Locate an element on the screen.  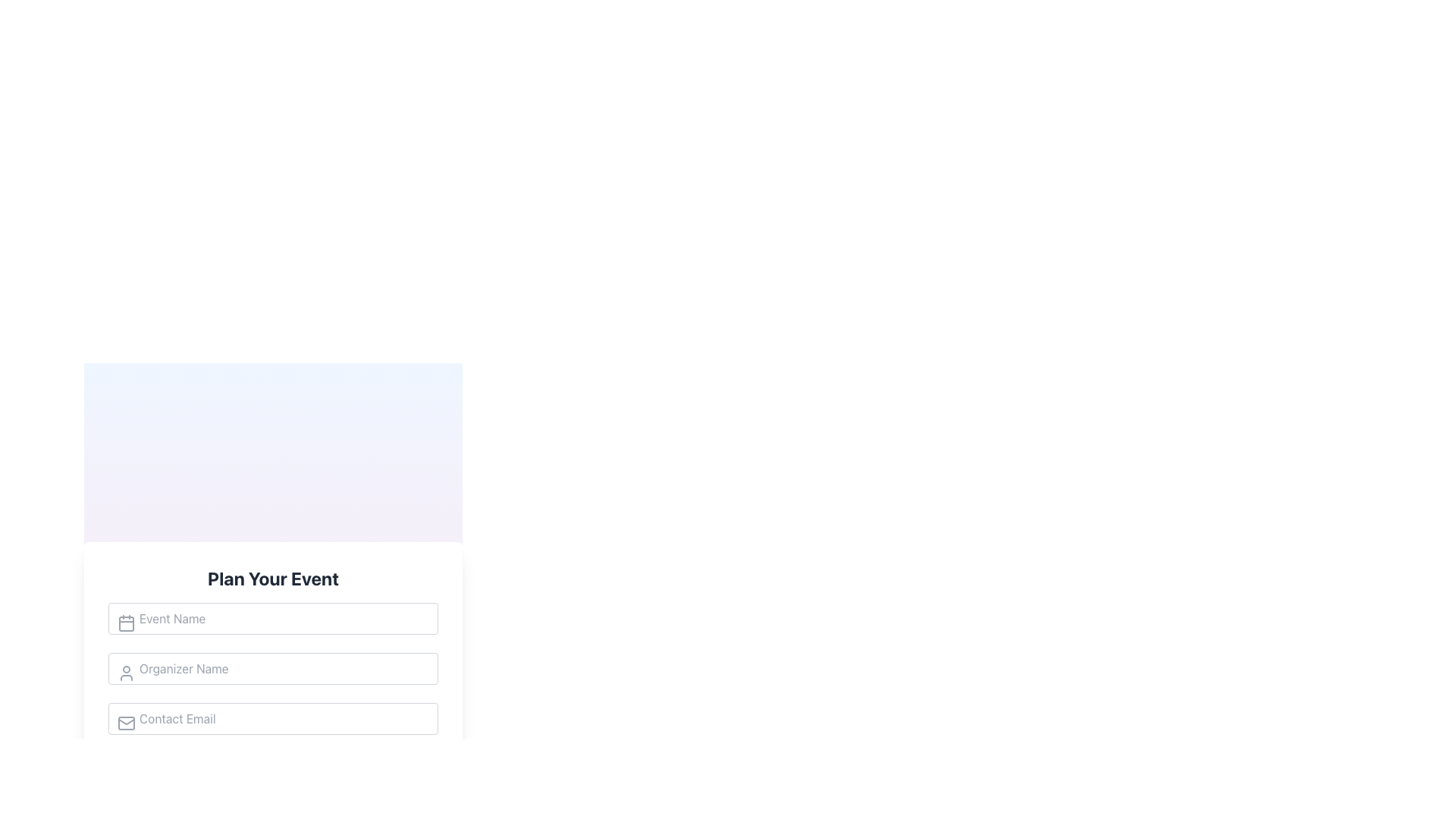
the Decorative Icon resembling an envelope with a white background and gray border, located within the 'Contact Email' input field is located at coordinates (127, 722).